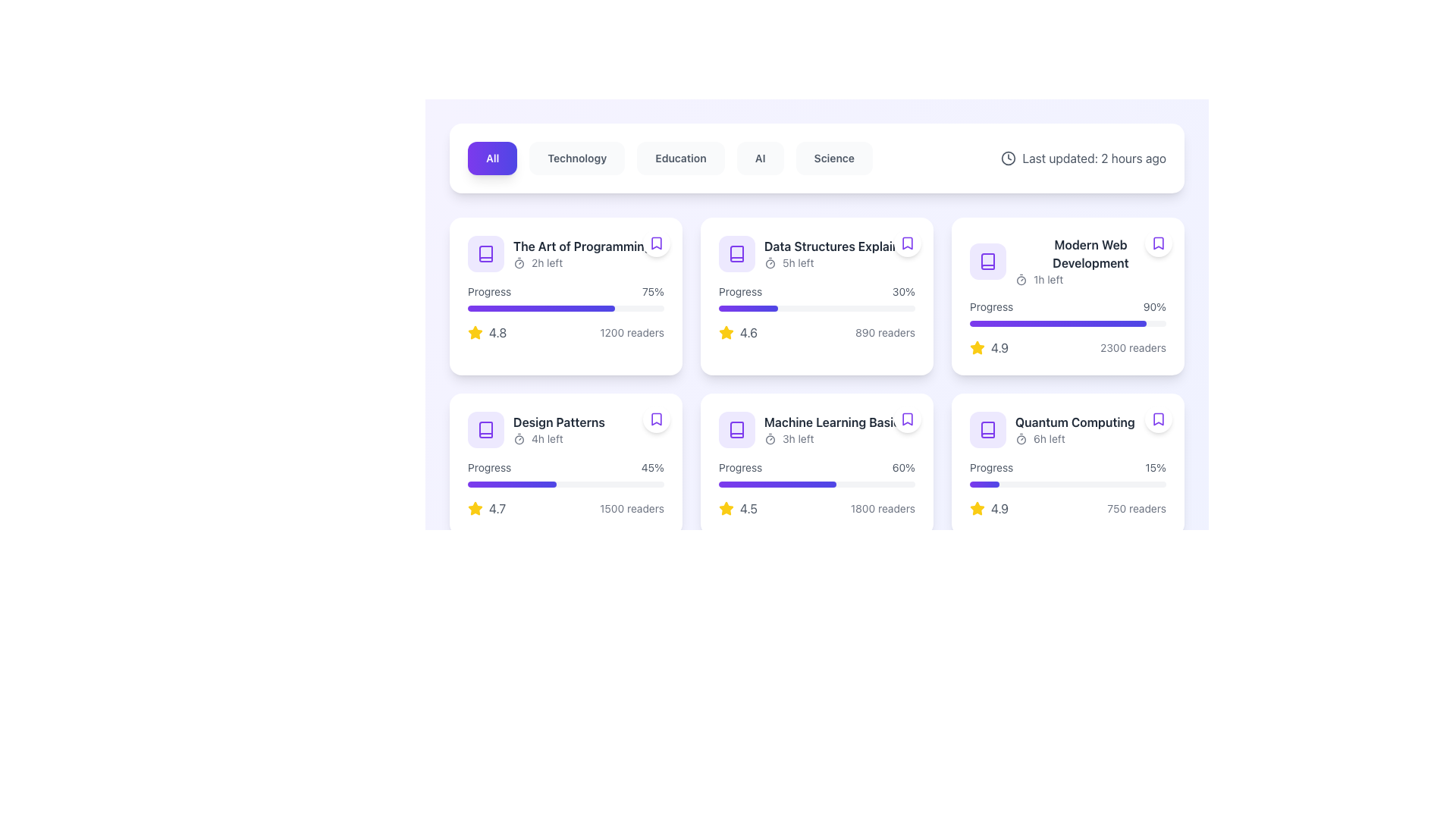 The width and height of the screenshot is (1456, 819). Describe the element at coordinates (497, 509) in the screenshot. I see `rating value '4.7' displayed in gray text next to the yellow star icon for the item 'Design Patterns'` at that location.